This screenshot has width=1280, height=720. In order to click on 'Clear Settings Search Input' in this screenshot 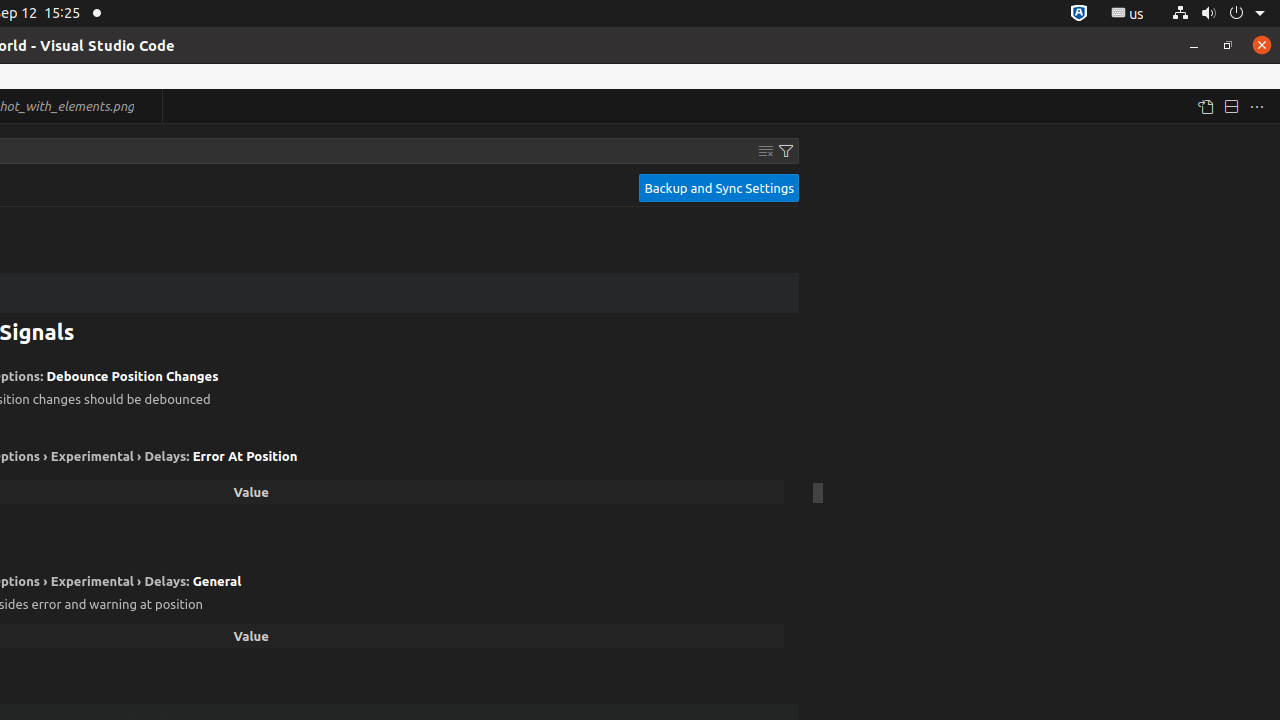, I will do `click(764, 149)`.